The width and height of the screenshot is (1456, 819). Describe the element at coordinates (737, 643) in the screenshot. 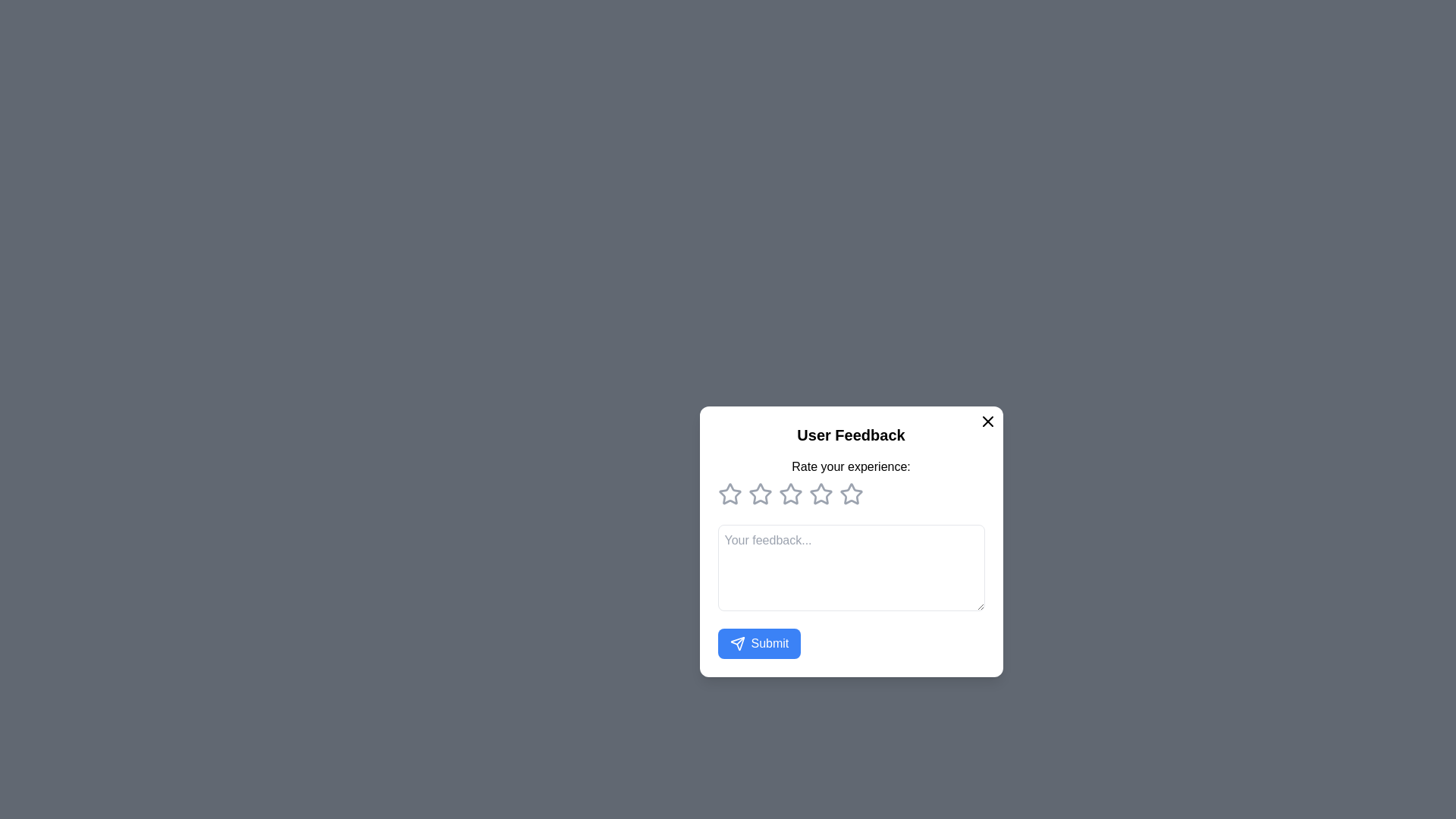

I see `the 'Submit' button icon, which is a blue button located at the bottom of the white feedback popup` at that location.